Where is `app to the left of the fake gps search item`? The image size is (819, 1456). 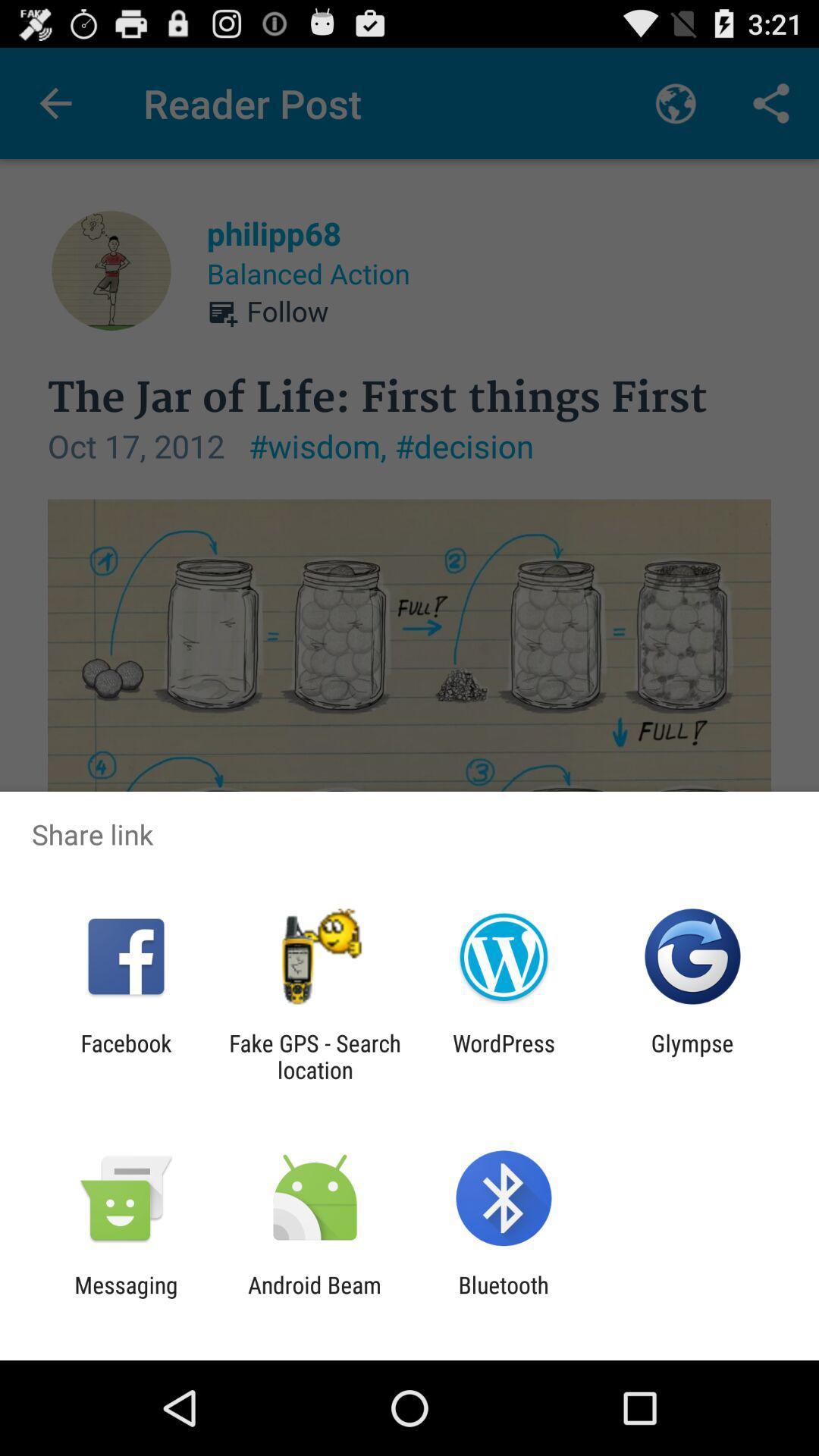 app to the left of the fake gps search item is located at coordinates (125, 1056).